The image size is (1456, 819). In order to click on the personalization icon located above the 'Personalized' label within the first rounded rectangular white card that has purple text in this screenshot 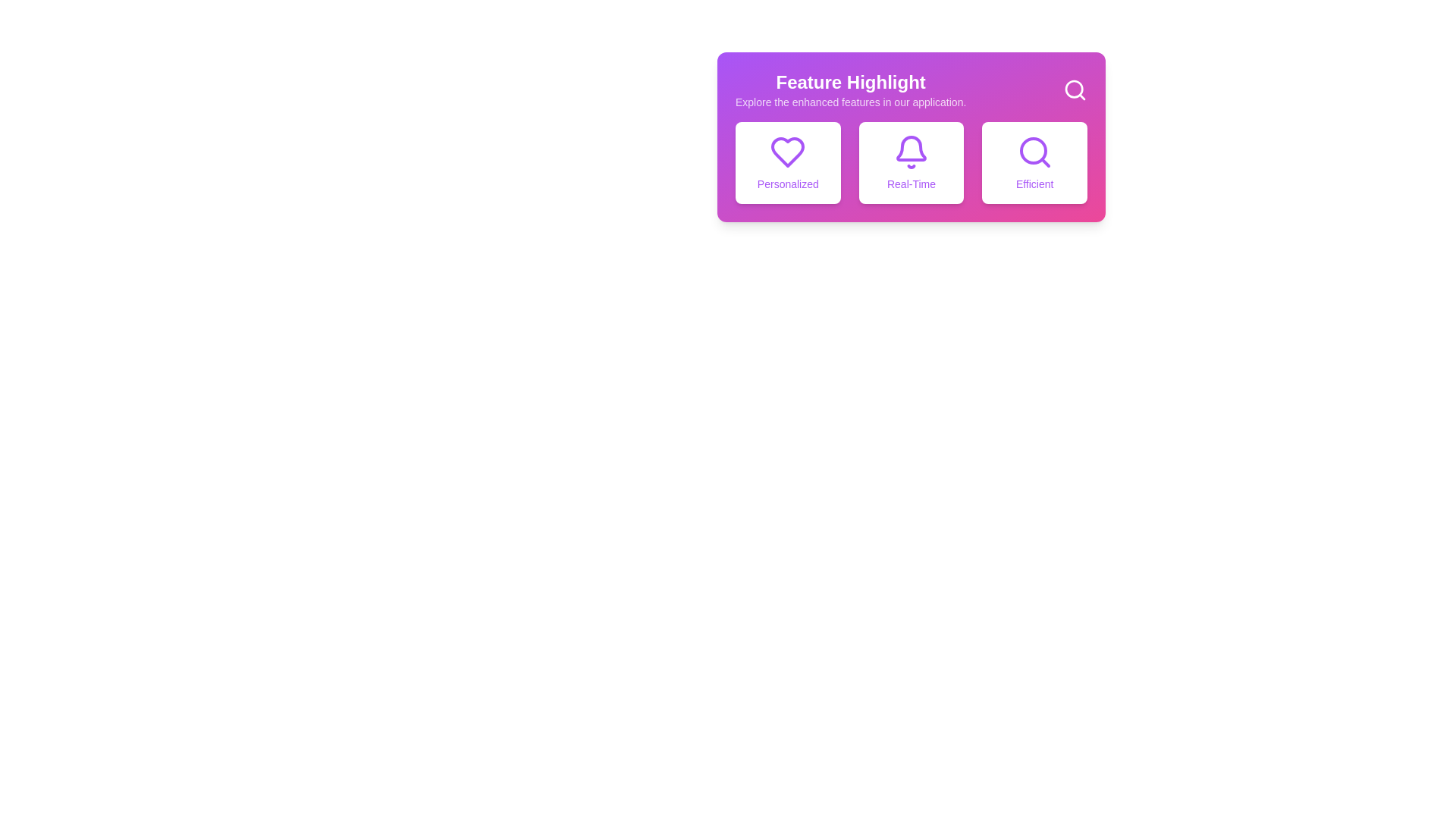, I will do `click(788, 152)`.